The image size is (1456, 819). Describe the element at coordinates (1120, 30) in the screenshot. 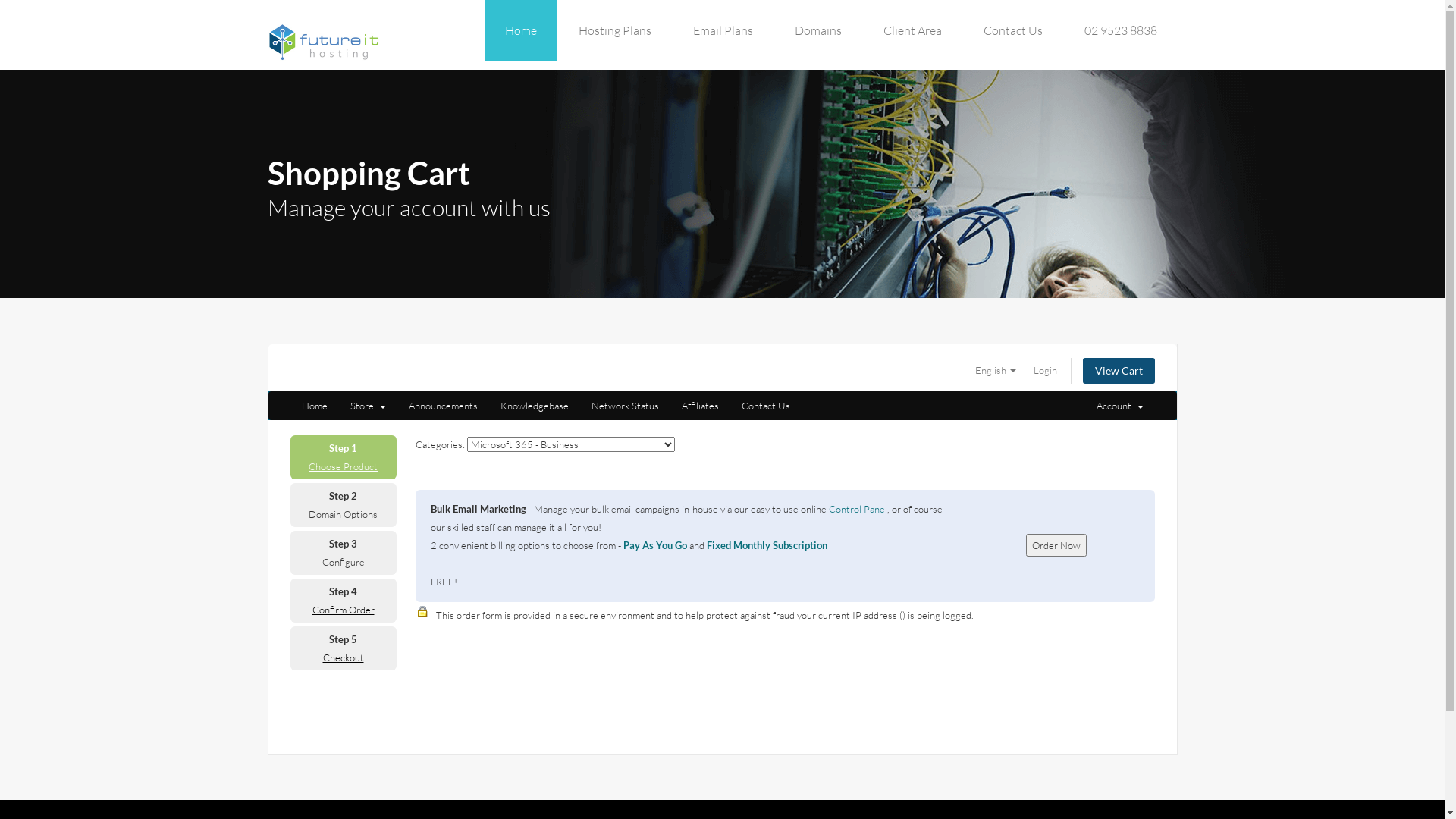

I see `'02 9523 8838'` at that location.